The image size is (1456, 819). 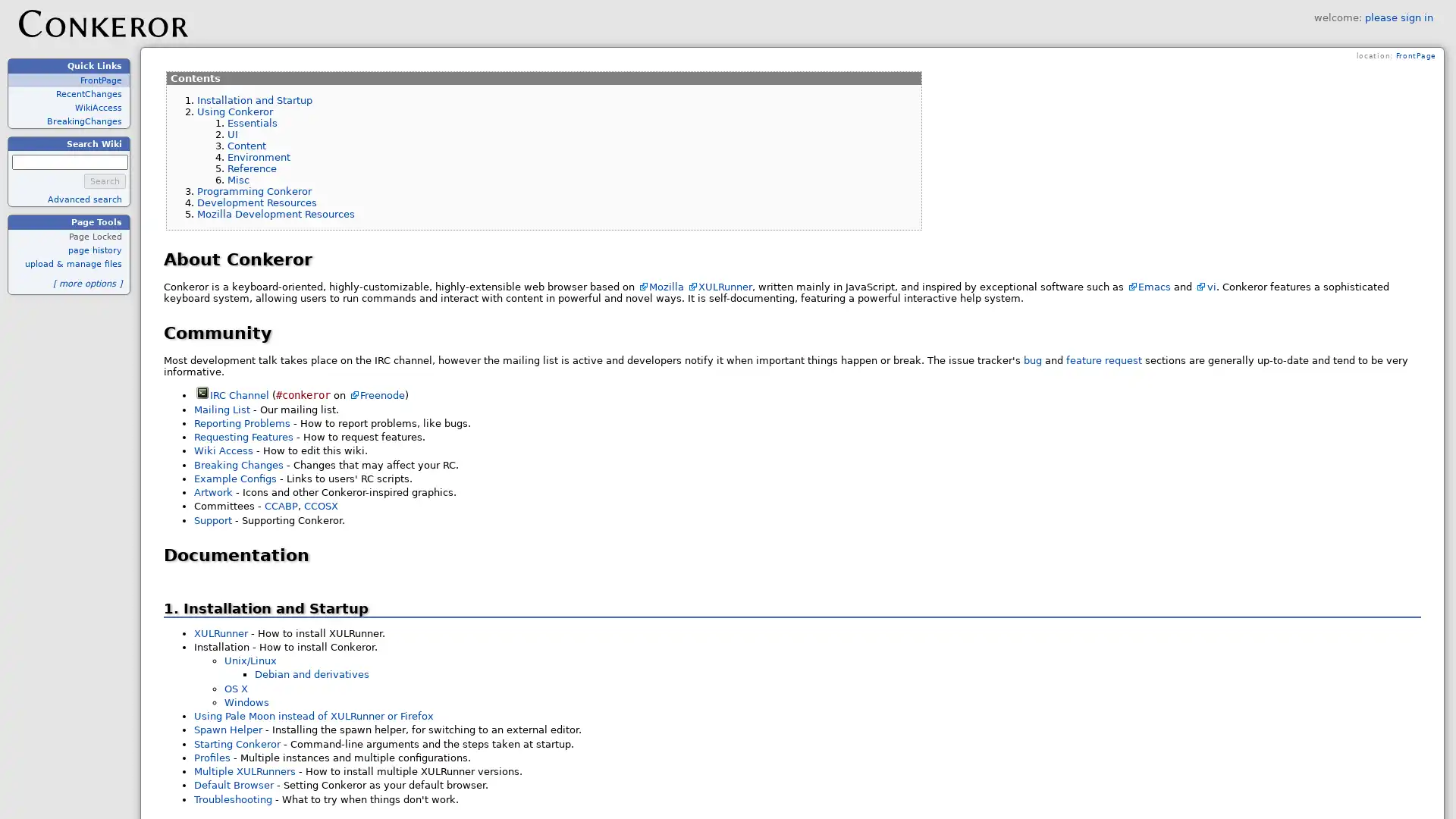 What do you see at coordinates (104, 180) in the screenshot?
I see `Search` at bounding box center [104, 180].